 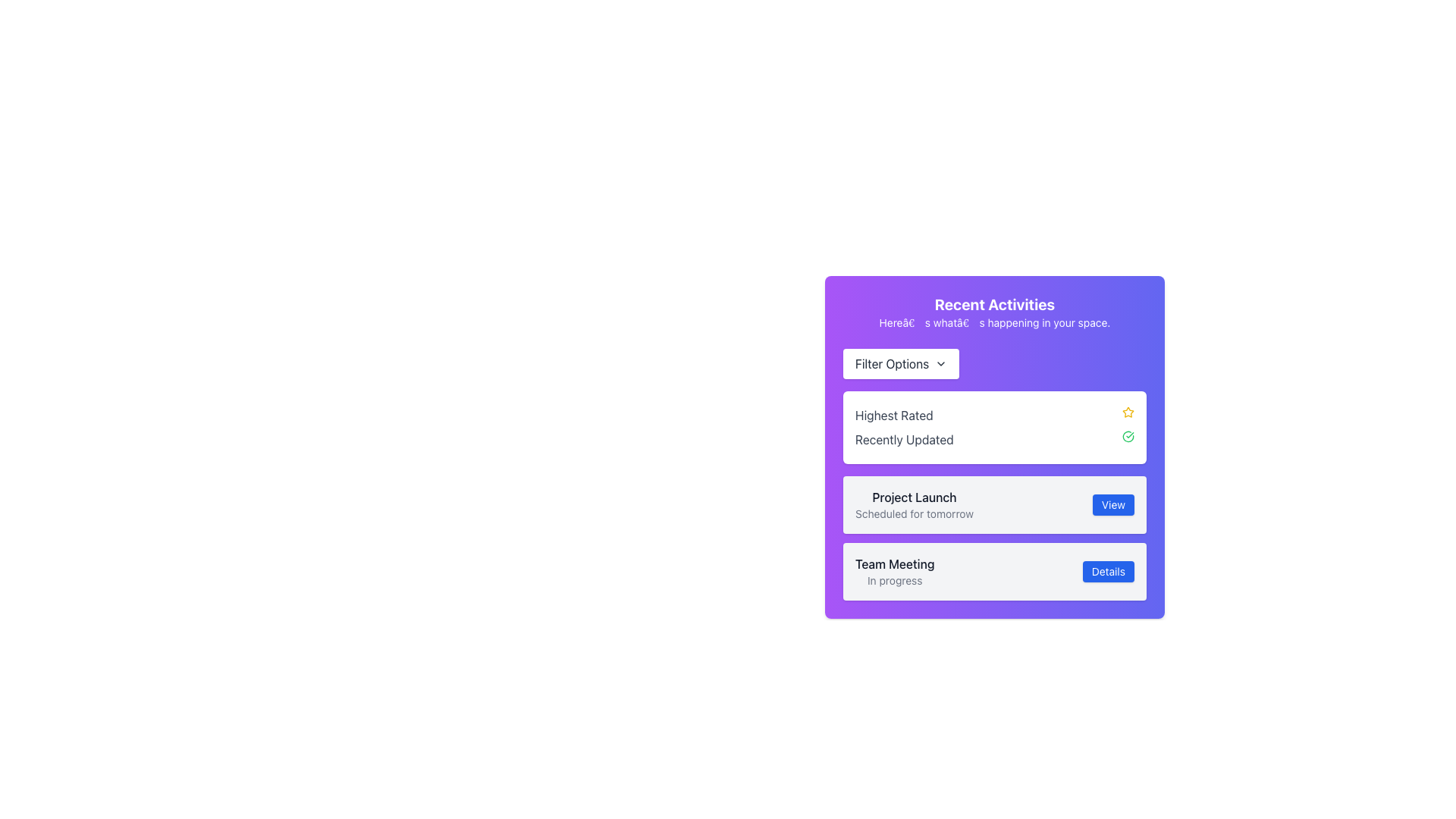 What do you see at coordinates (994, 322) in the screenshot?
I see `the Static Text Label that serves as a description for the 'Recent Activities' section, located below the header text 'Recent Activities'` at bounding box center [994, 322].